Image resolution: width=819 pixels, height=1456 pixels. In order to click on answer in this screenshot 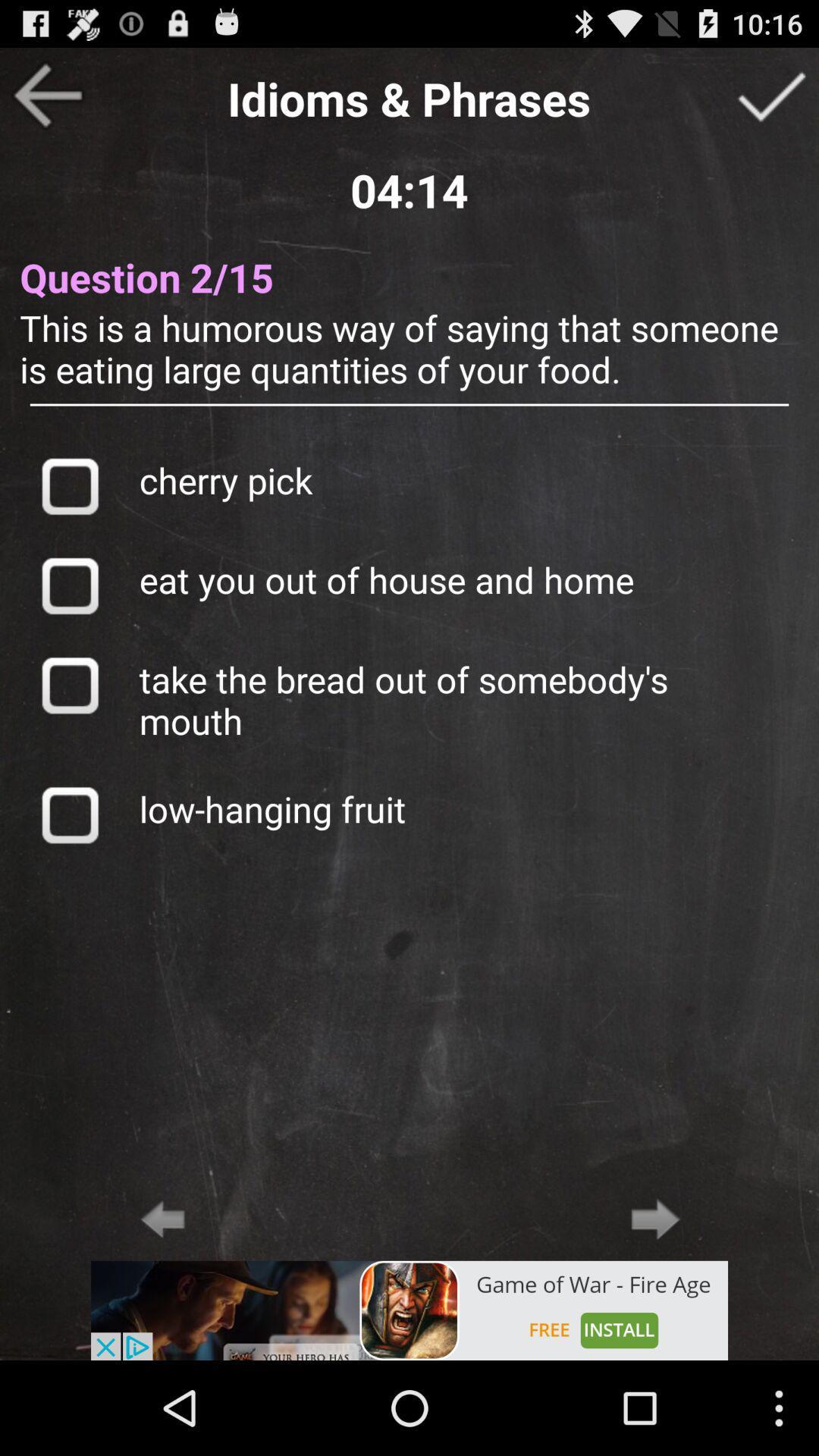, I will do `click(69, 485)`.